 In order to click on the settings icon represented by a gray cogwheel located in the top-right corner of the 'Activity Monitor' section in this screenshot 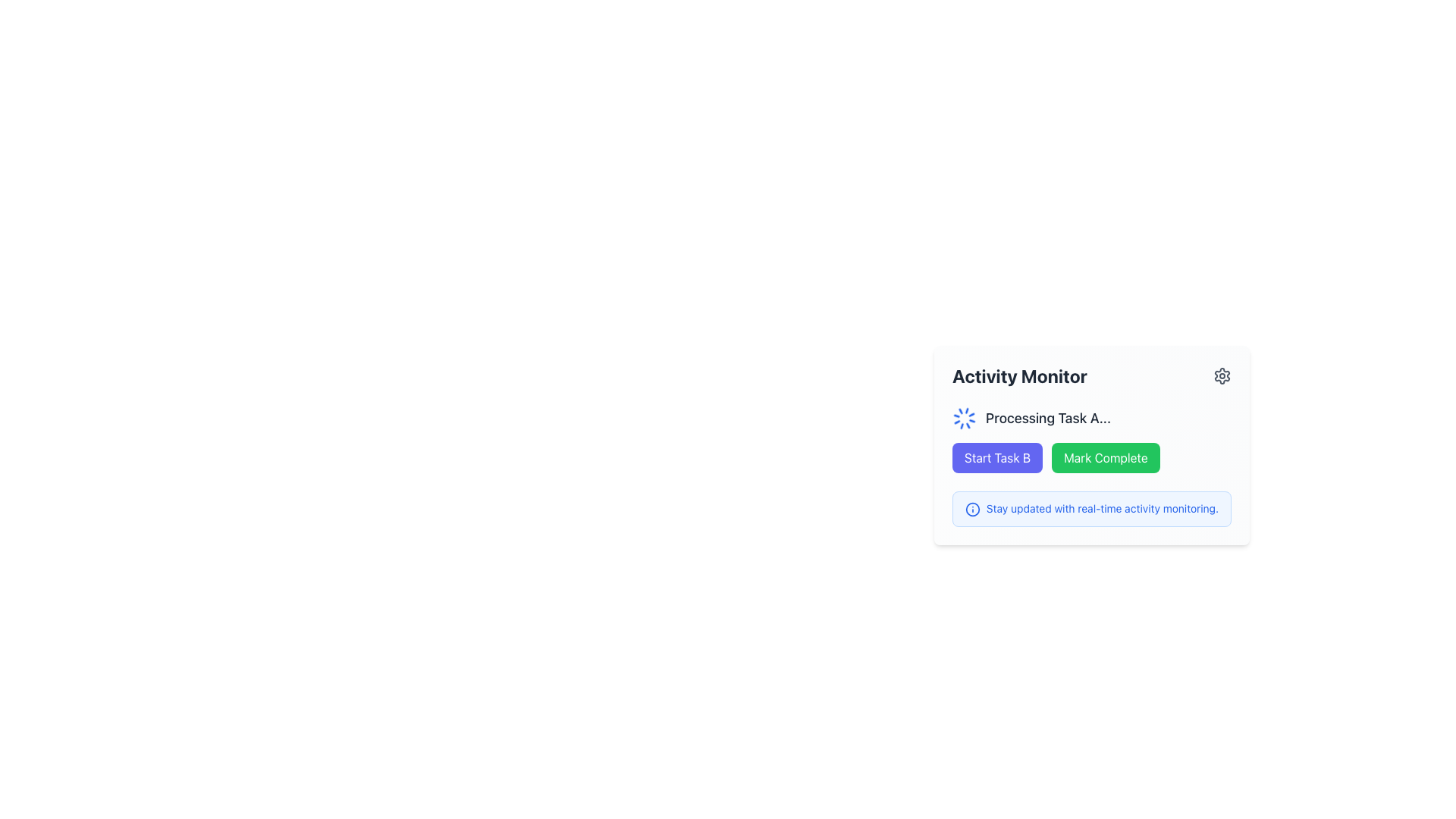, I will do `click(1222, 375)`.